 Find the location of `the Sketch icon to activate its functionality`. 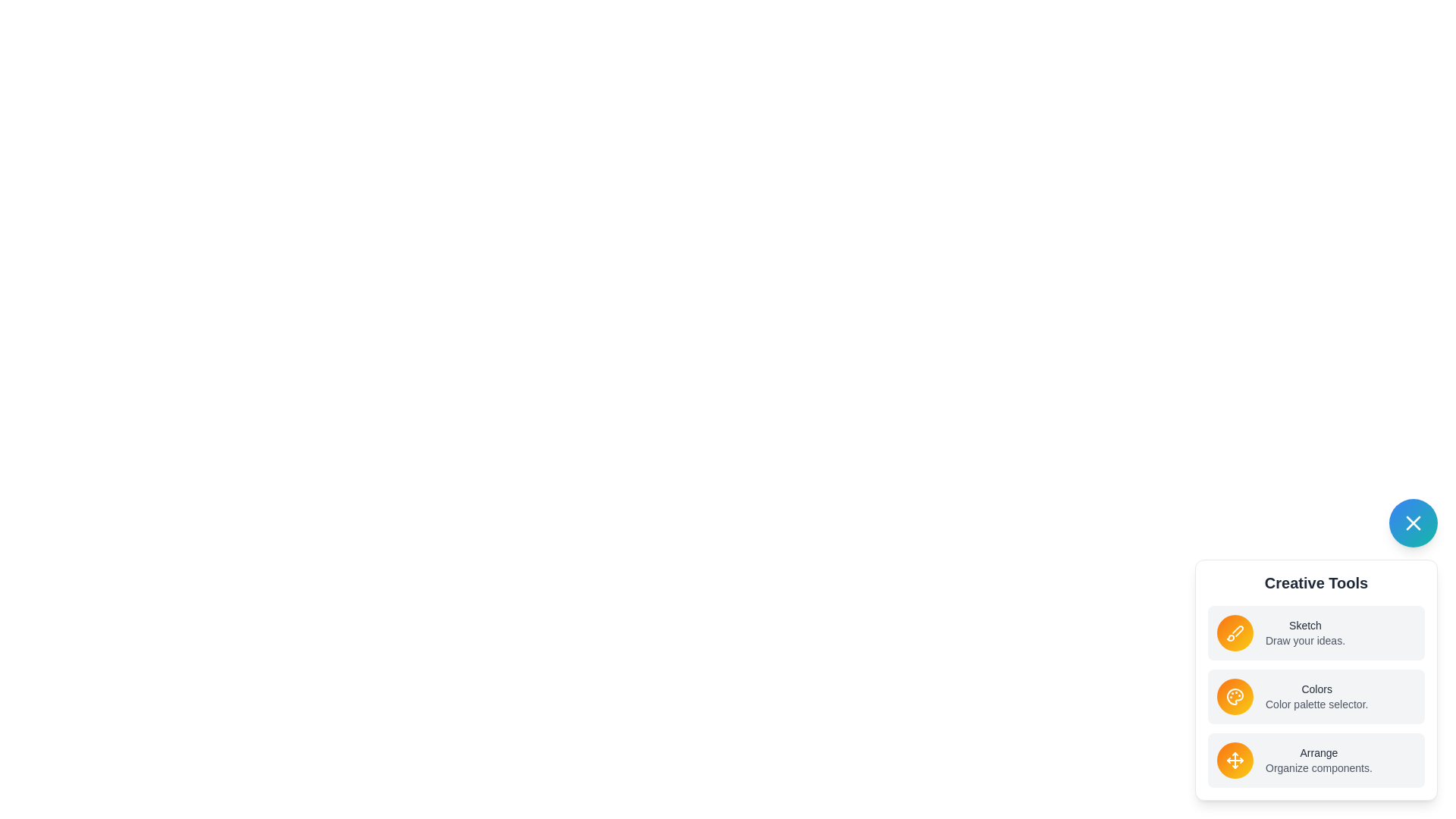

the Sketch icon to activate its functionality is located at coordinates (1235, 632).